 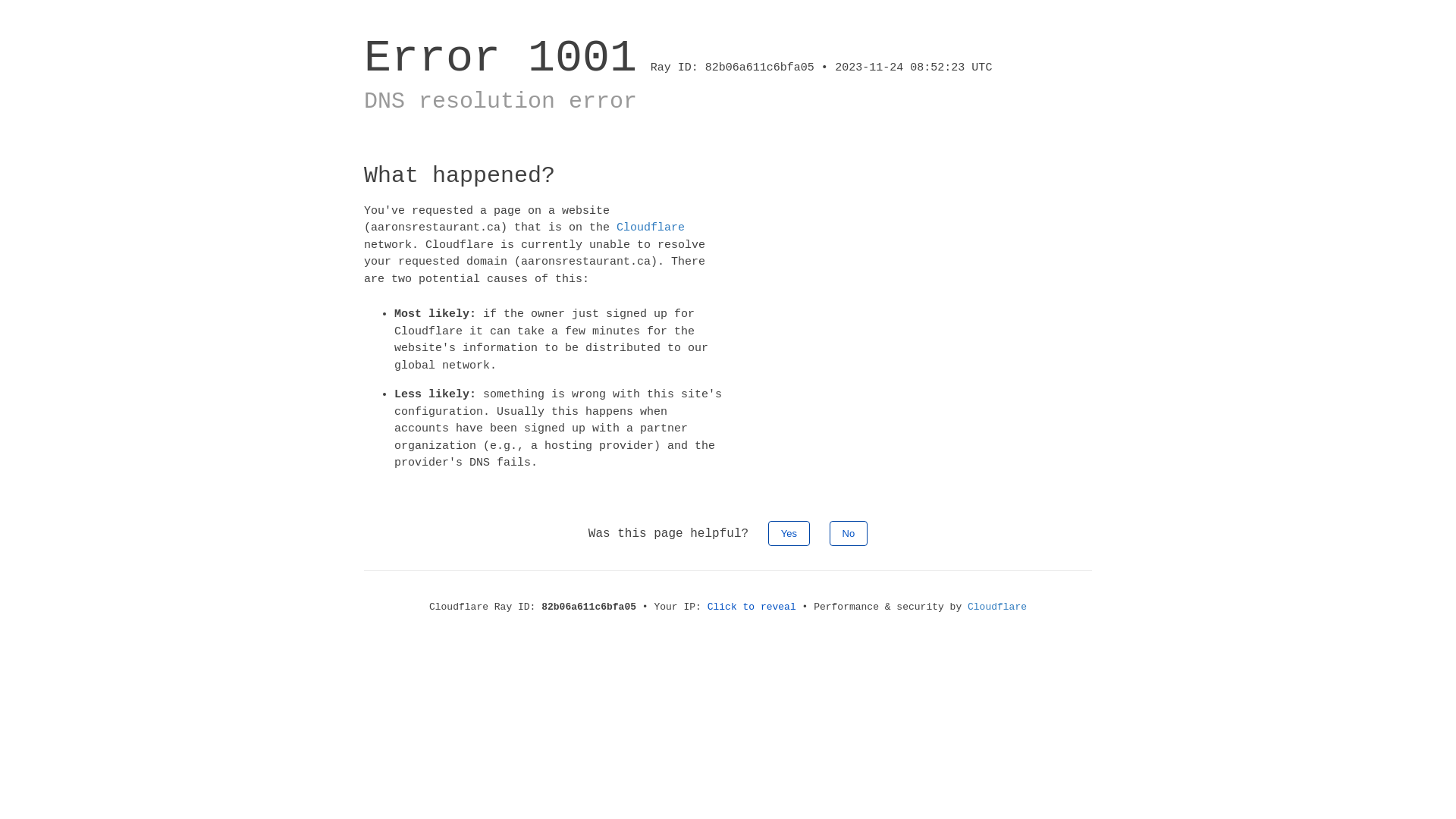 What do you see at coordinates (789, 532) in the screenshot?
I see `'Yes'` at bounding box center [789, 532].